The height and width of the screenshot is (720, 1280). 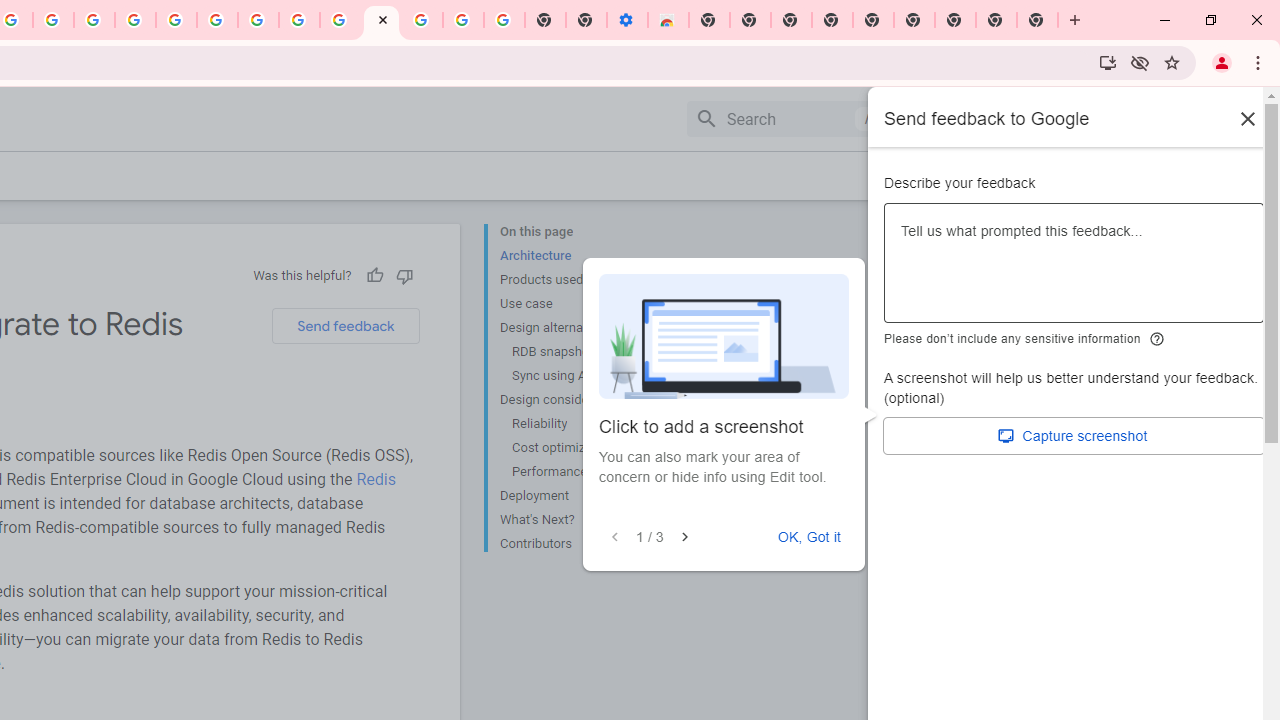 I want to click on 'OK, Got it', so click(x=809, y=536).